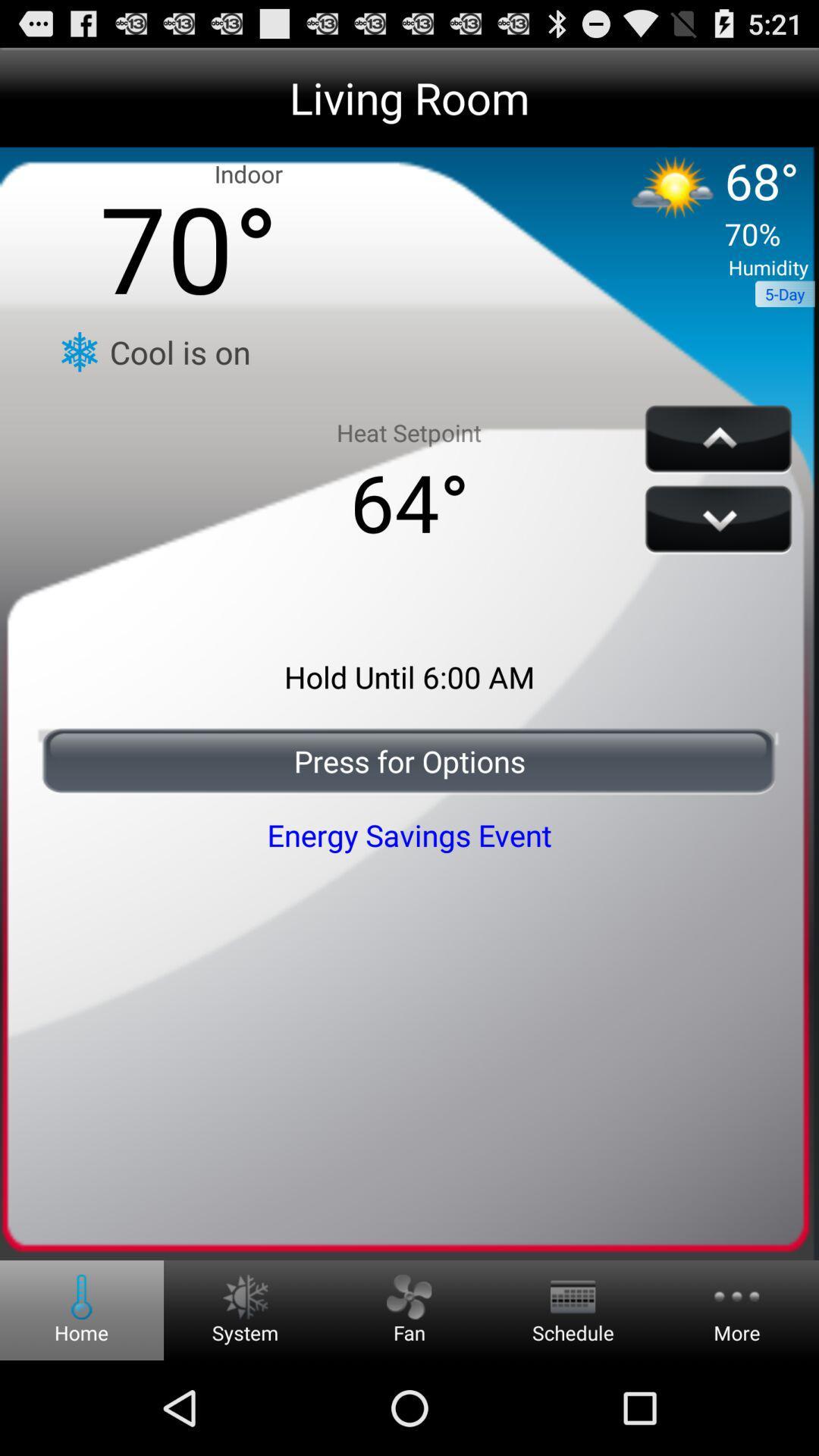 The width and height of the screenshot is (819, 1456). What do you see at coordinates (409, 834) in the screenshot?
I see `the icon below the press for options icon` at bounding box center [409, 834].